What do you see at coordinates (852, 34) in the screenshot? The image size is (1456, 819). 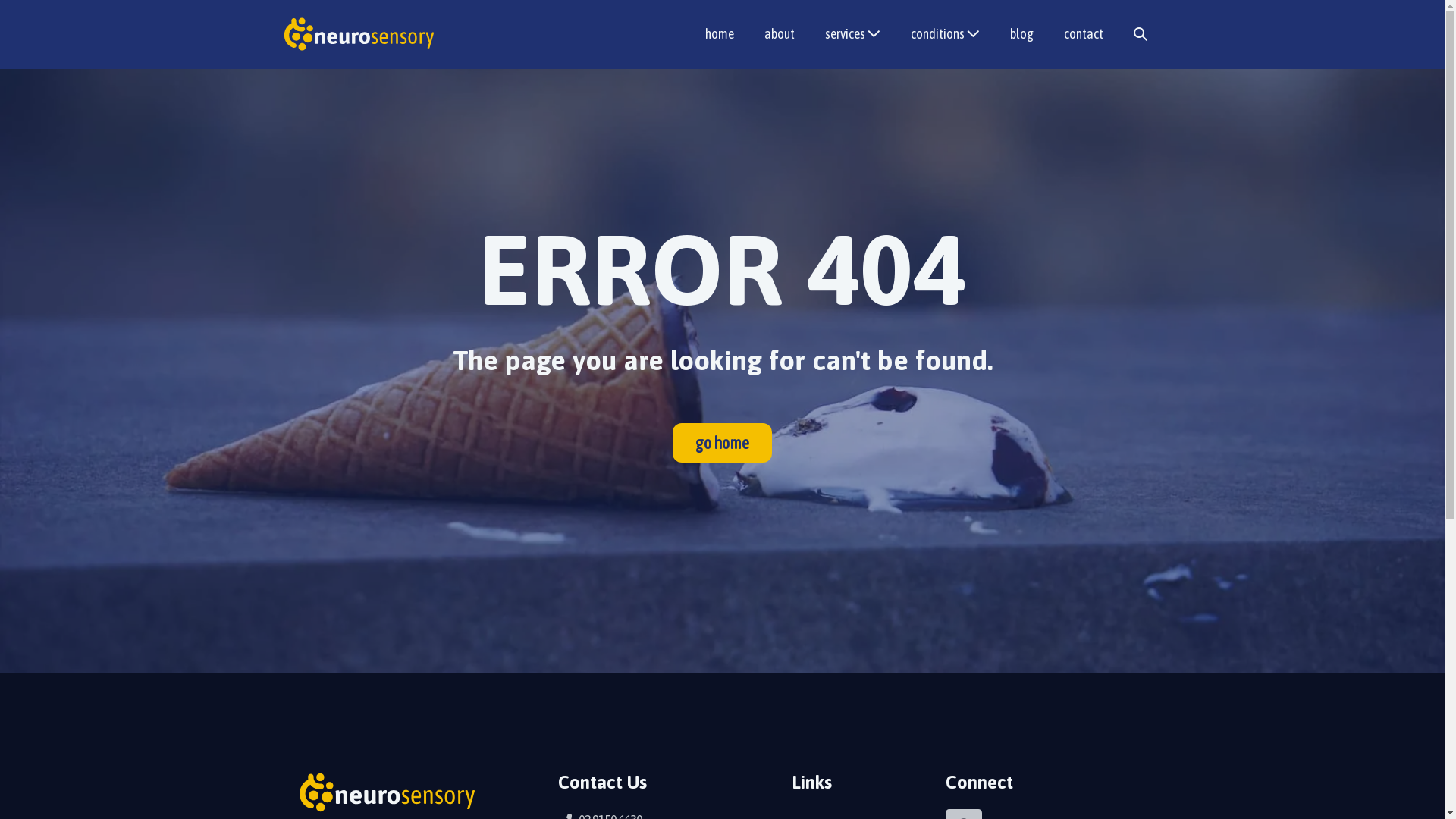 I see `'services'` at bounding box center [852, 34].